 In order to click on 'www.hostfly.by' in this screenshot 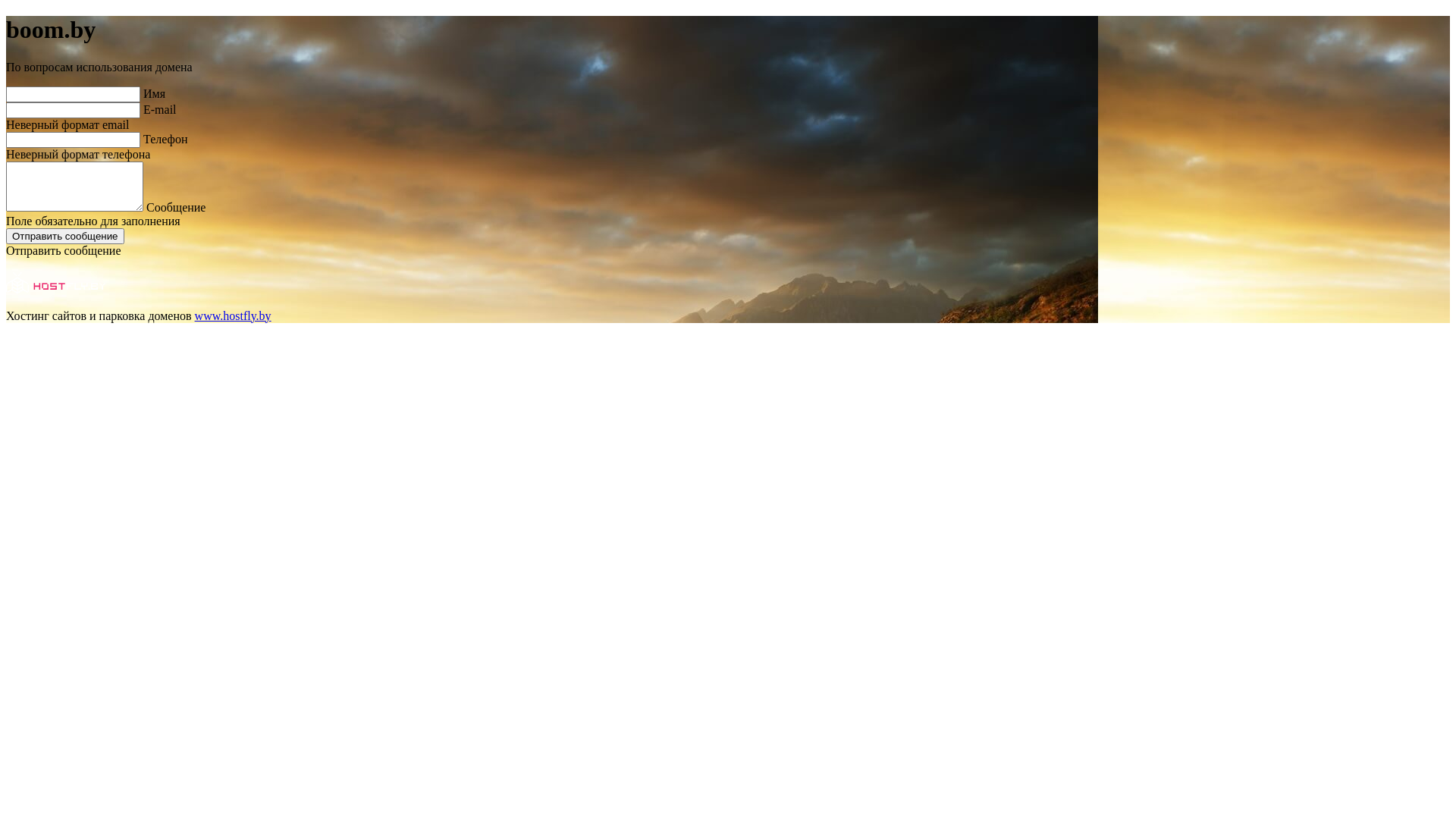, I will do `click(232, 315)`.